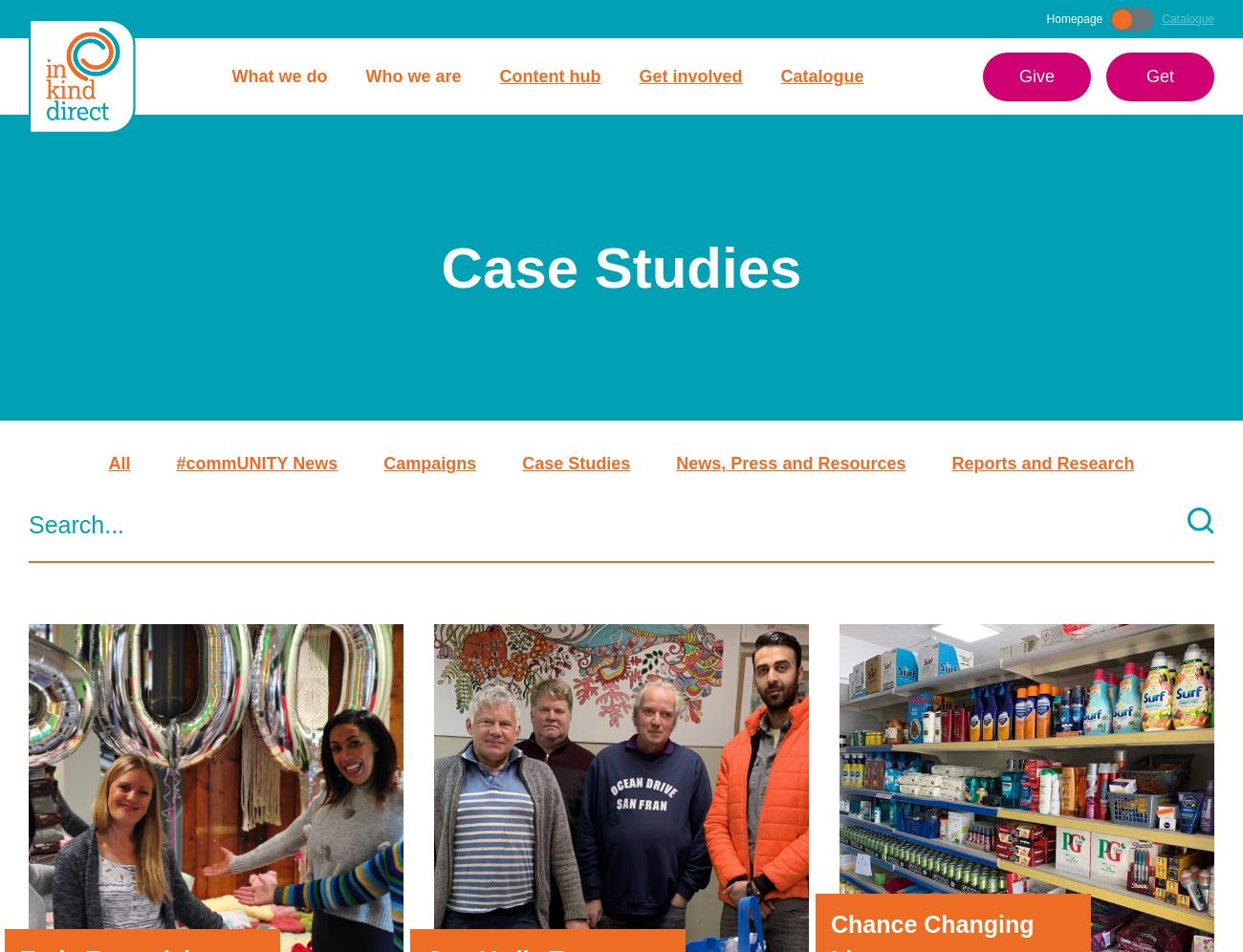  What do you see at coordinates (205, 165) in the screenshot?
I see `'The Hygiene Bank (THB) in Moira, Northern Ireland, part of the national network of Hygiene Banks, distributes essential personal care items to local people struggling financially.'` at bounding box center [205, 165].